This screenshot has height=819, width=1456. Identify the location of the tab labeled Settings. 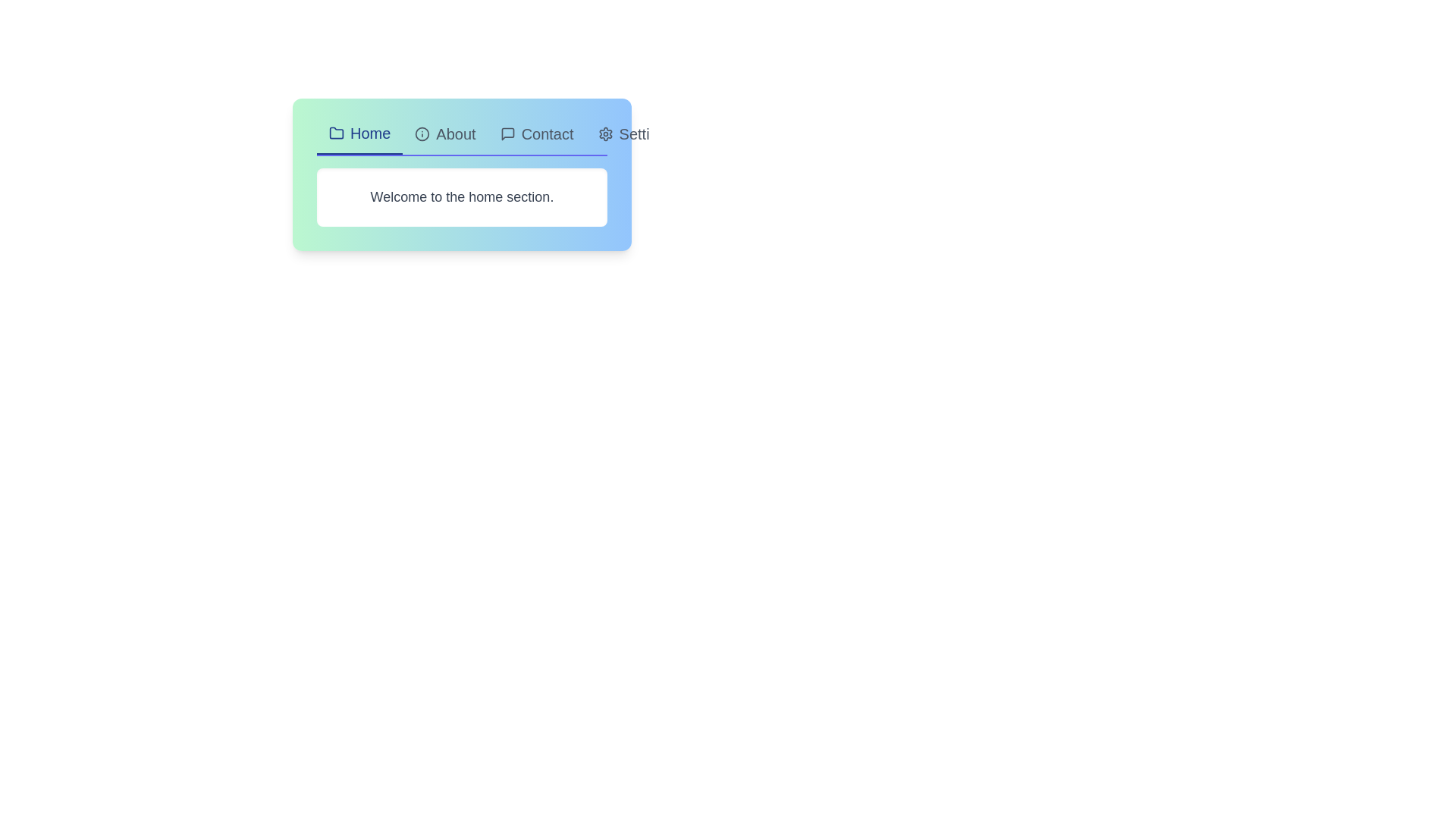
(635, 138).